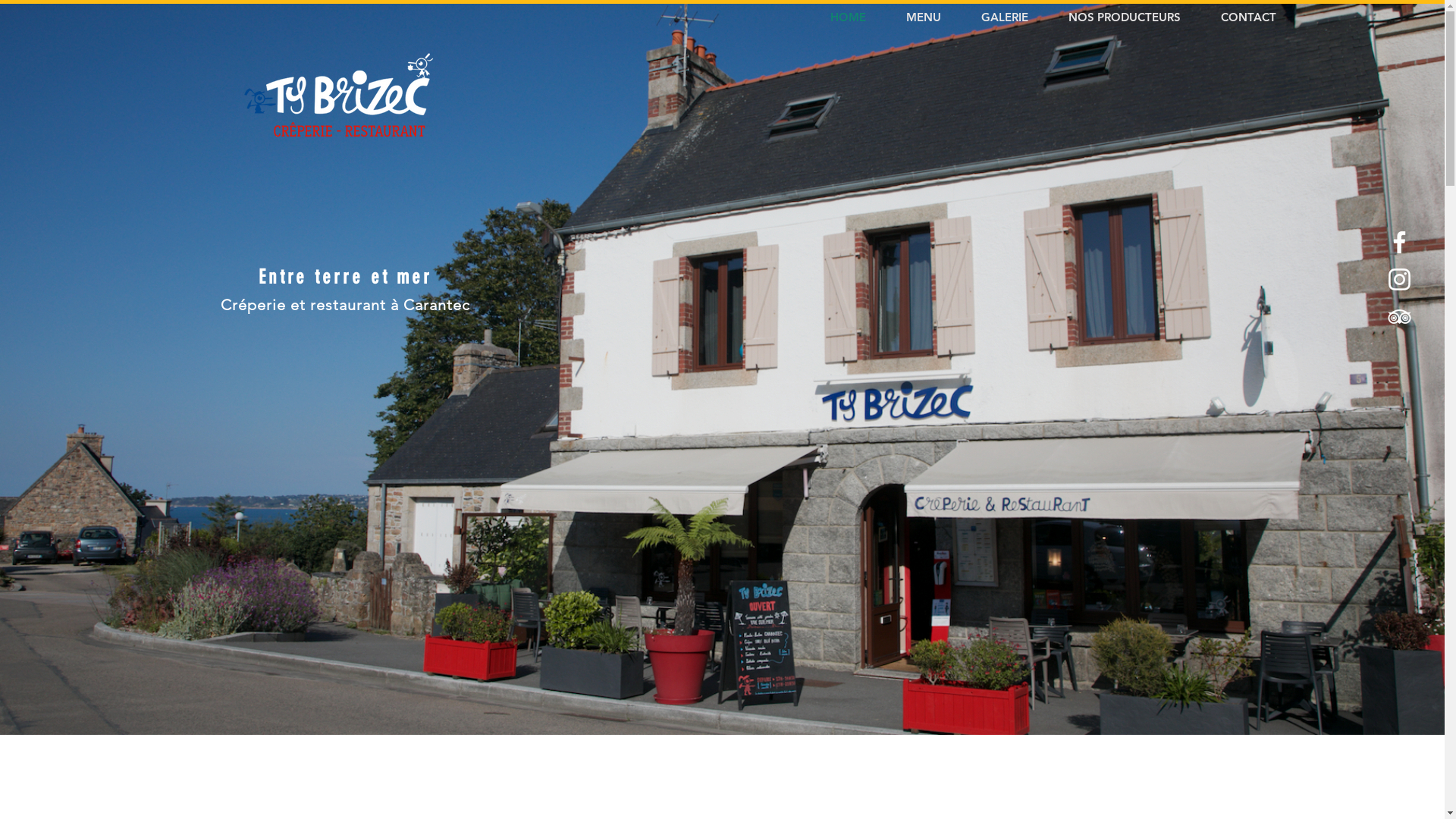 This screenshot has width=1456, height=819. Describe the element at coordinates (856, 17) in the screenshot. I see `'HOME'` at that location.